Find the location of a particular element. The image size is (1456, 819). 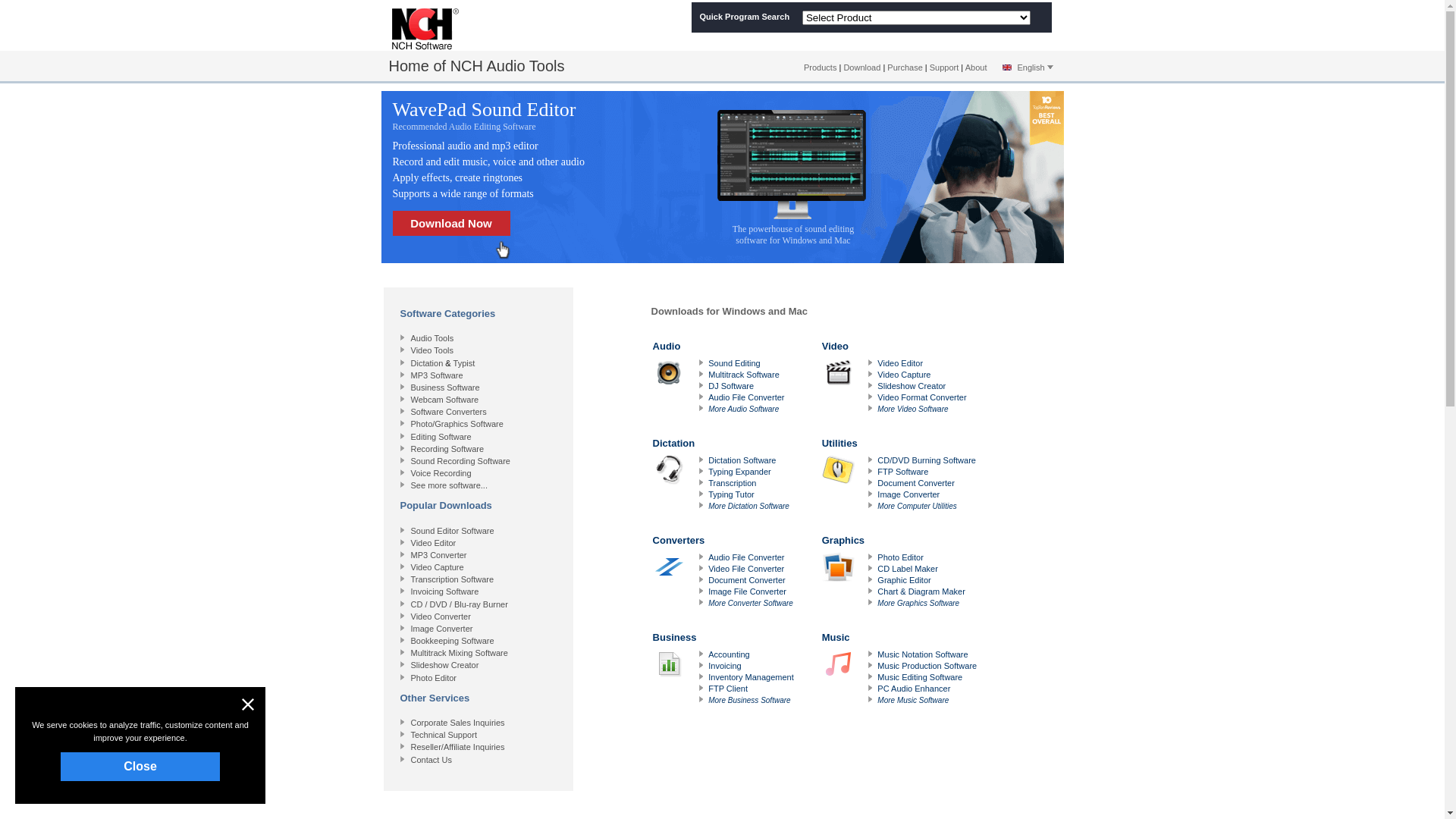

'Webcam Software' is located at coordinates (444, 399).